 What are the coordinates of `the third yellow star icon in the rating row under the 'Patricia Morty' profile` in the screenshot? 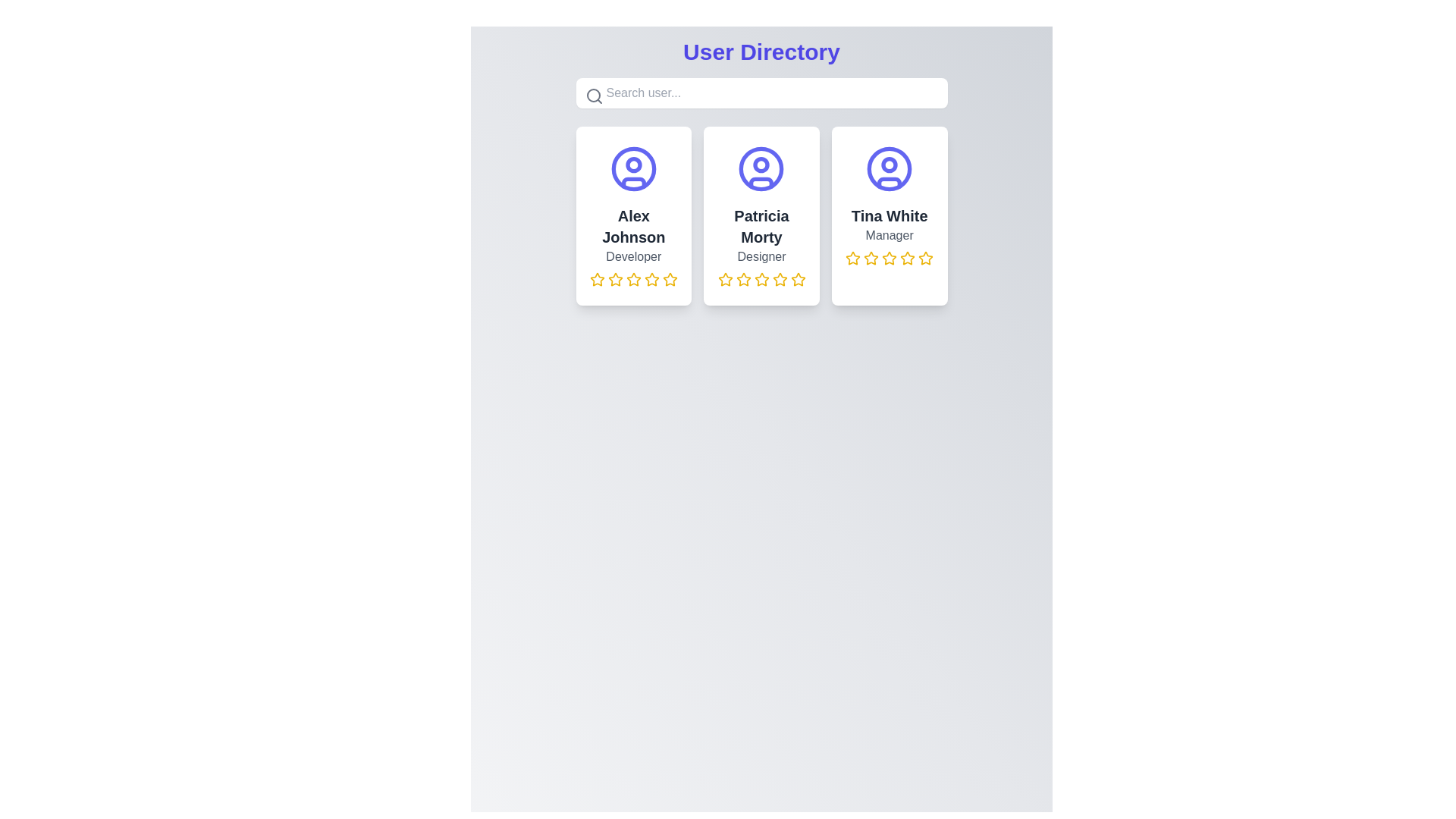 It's located at (743, 279).